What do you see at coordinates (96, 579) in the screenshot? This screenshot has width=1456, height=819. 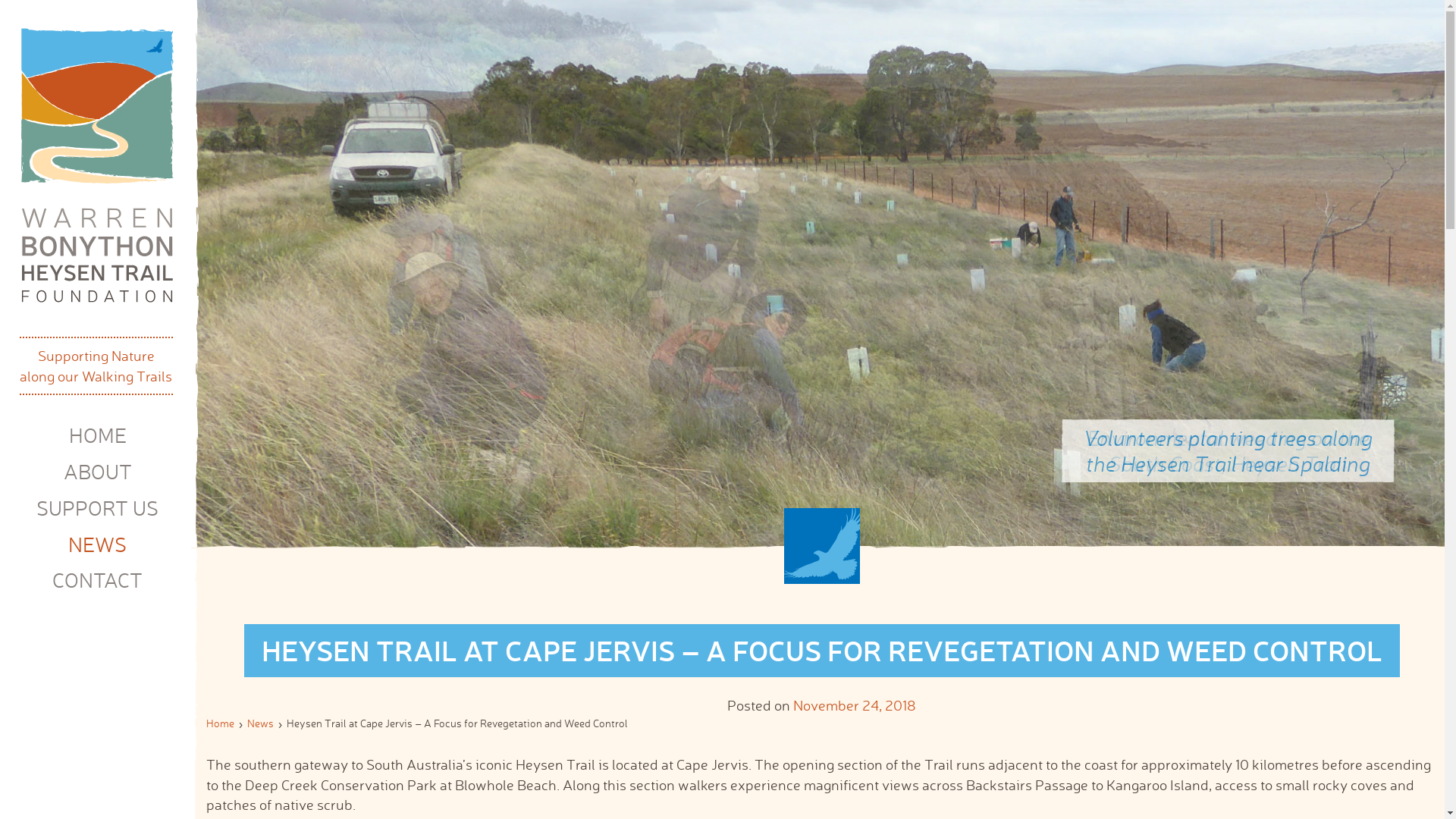 I see `'CONTACT'` at bounding box center [96, 579].